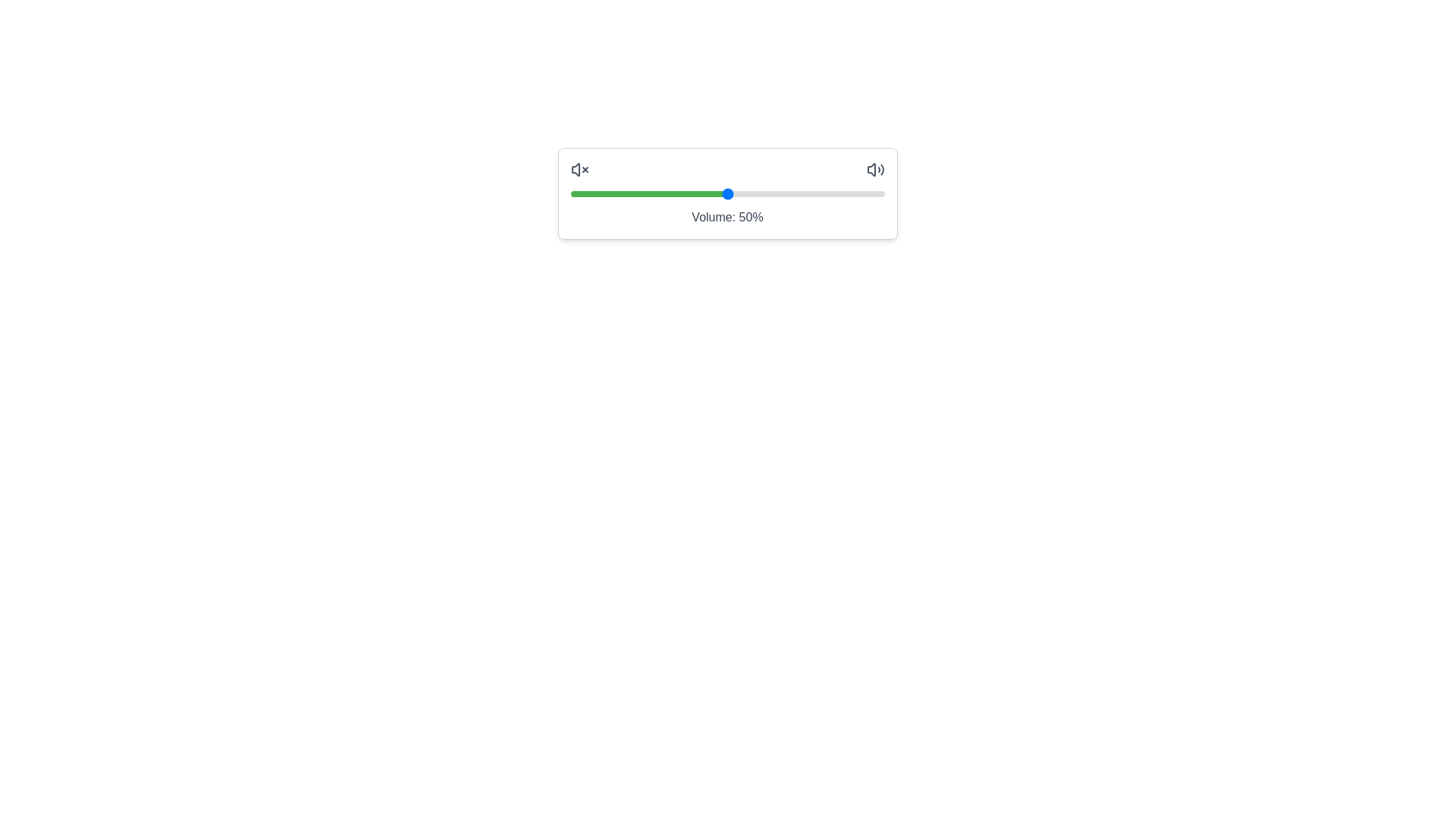 The width and height of the screenshot is (1456, 819). I want to click on sound control bar element that contains the sound-off icon on the left and the sound-on icon on the right for debugging purposes, so click(726, 169).